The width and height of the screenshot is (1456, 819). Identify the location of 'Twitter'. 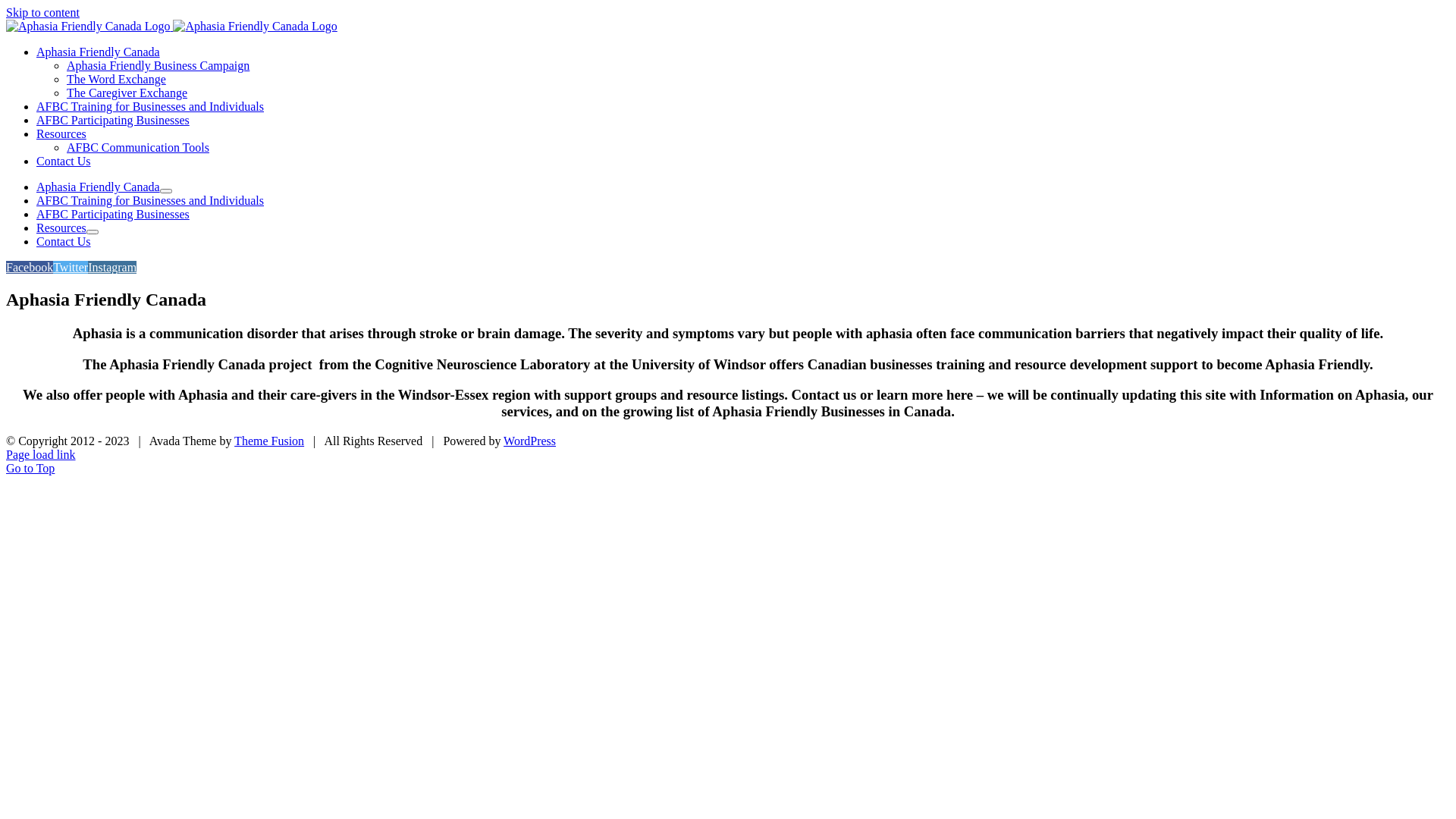
(69, 266).